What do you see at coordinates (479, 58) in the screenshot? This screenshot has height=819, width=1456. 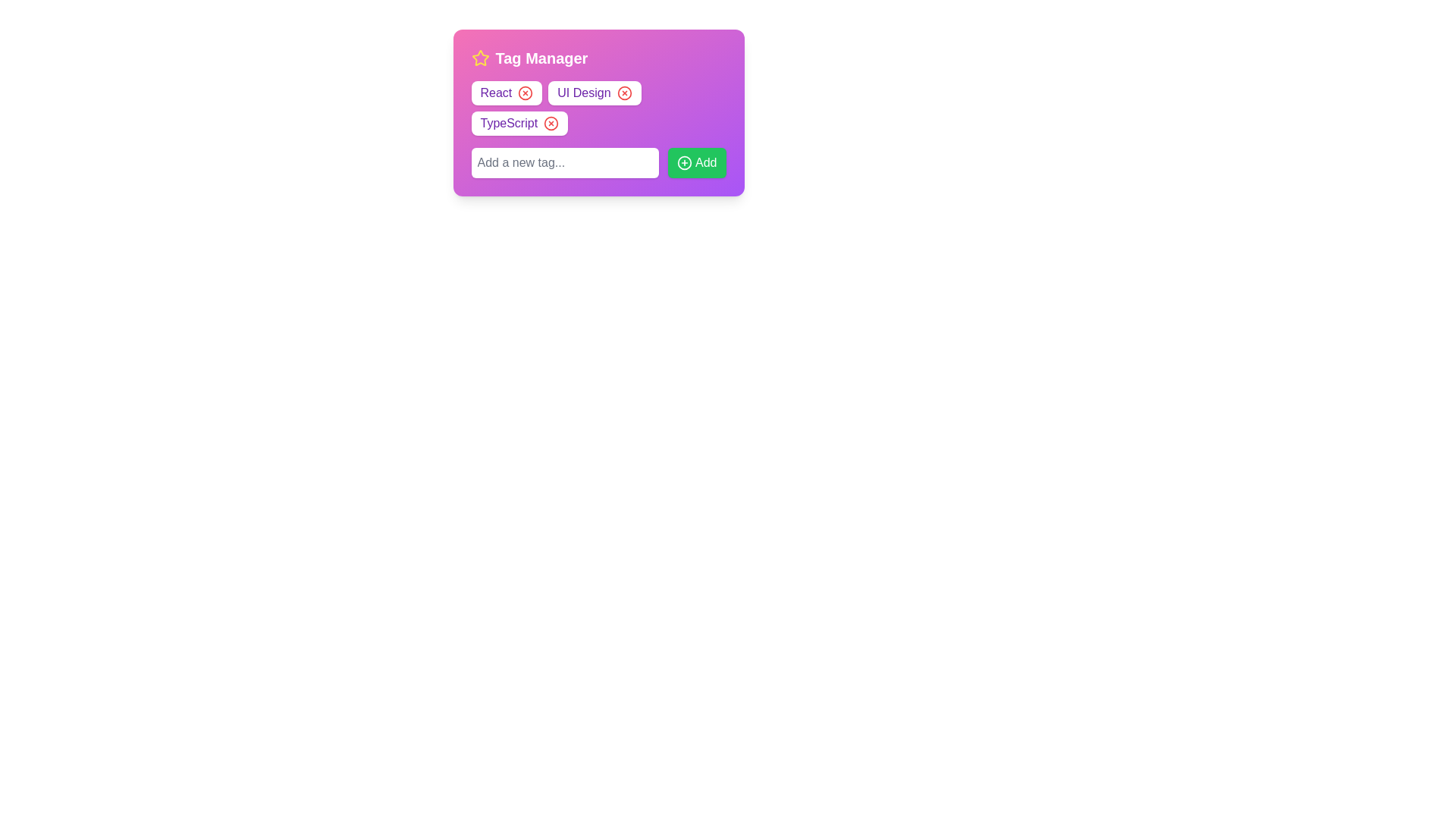 I see `the star icon located to the left of the 'Tag Manager' text in the header section of the widget, which serves to emphasize the title` at bounding box center [479, 58].